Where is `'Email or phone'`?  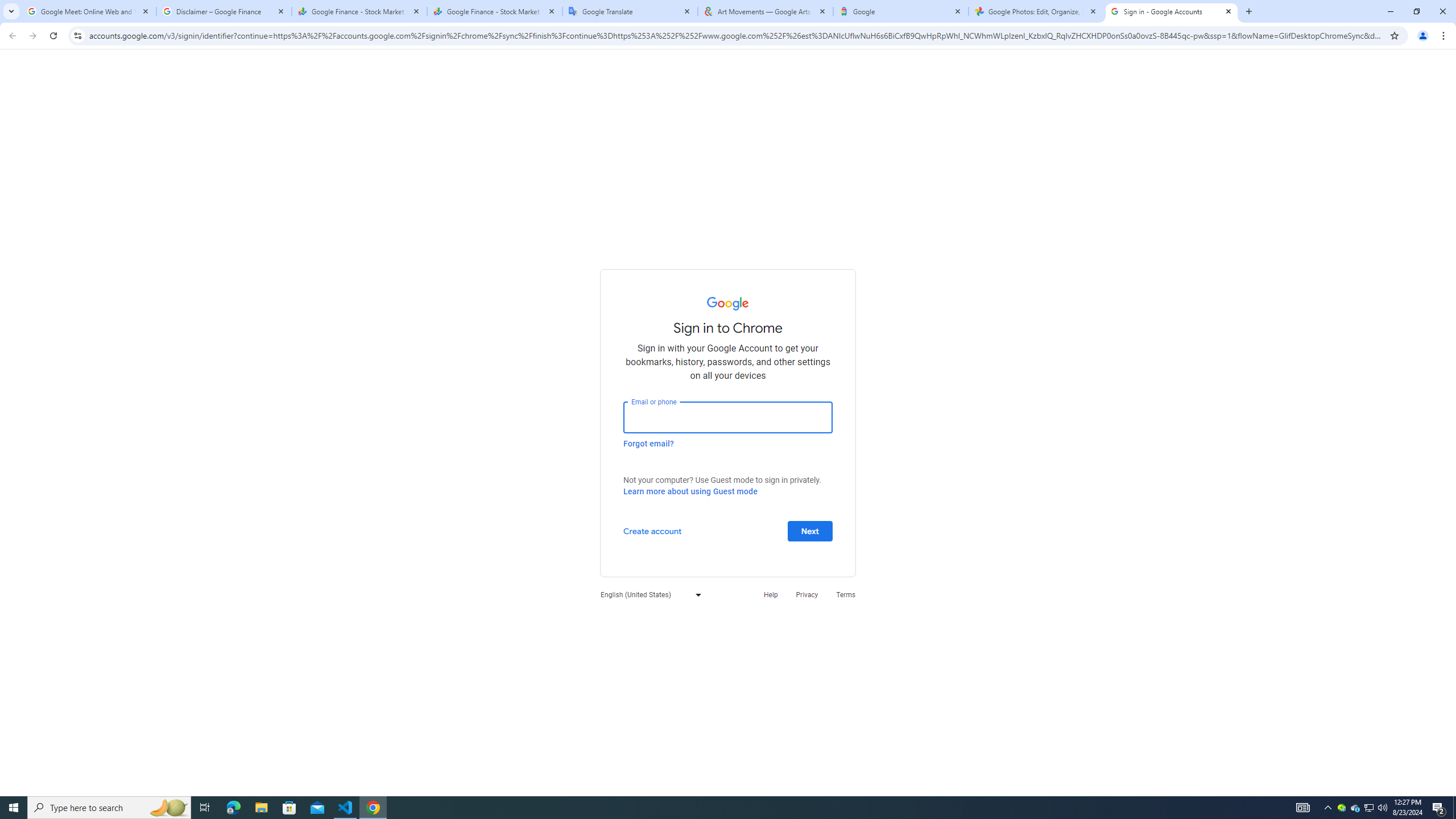 'Email or phone' is located at coordinates (728, 416).